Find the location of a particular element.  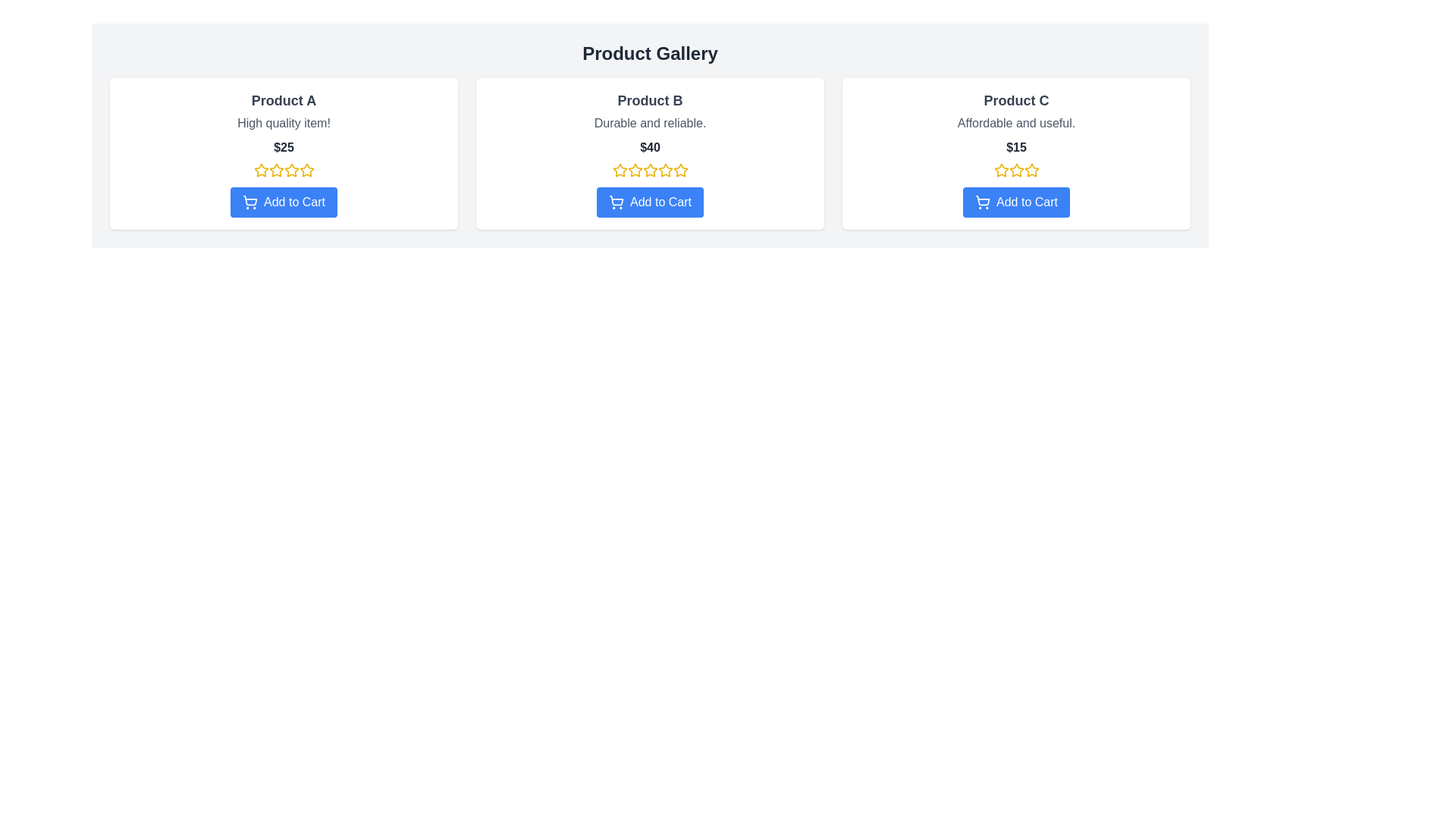

the fourth star-shaped icon in the rating section of 'Product B' to provide a rating is located at coordinates (665, 170).